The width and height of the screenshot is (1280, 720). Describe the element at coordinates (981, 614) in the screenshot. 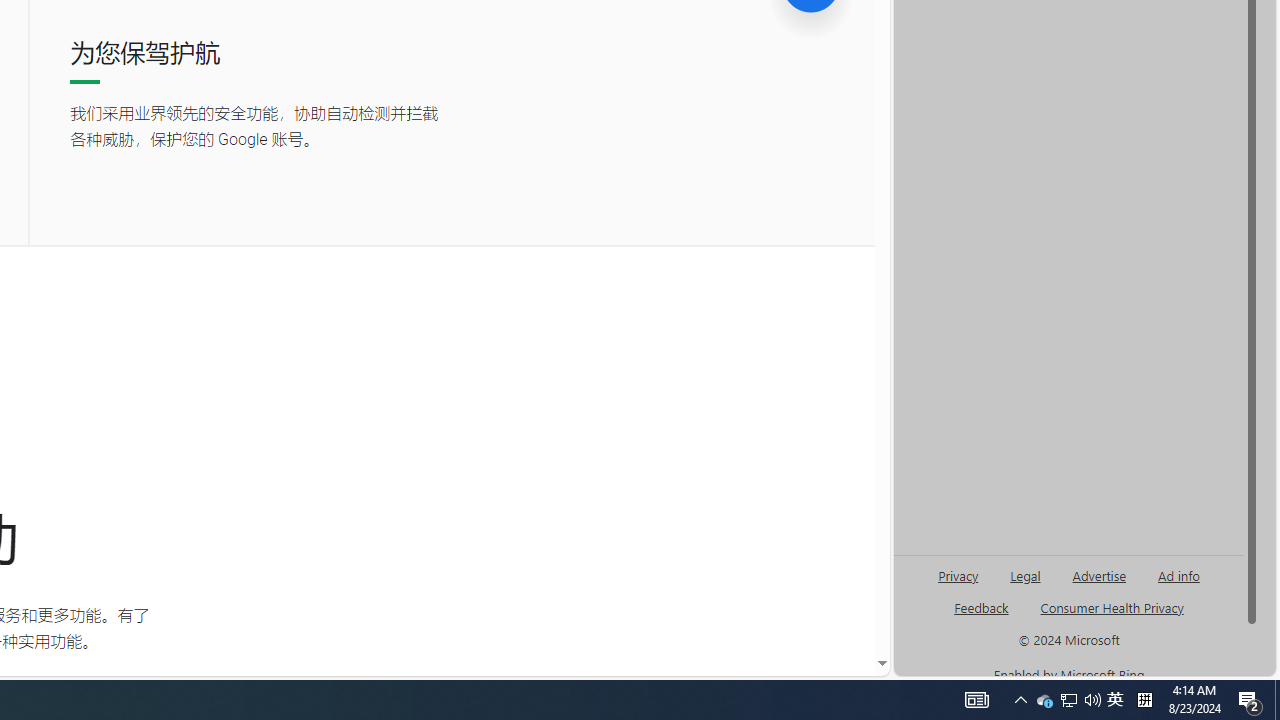

I see `'AutomationID: genId96'` at that location.